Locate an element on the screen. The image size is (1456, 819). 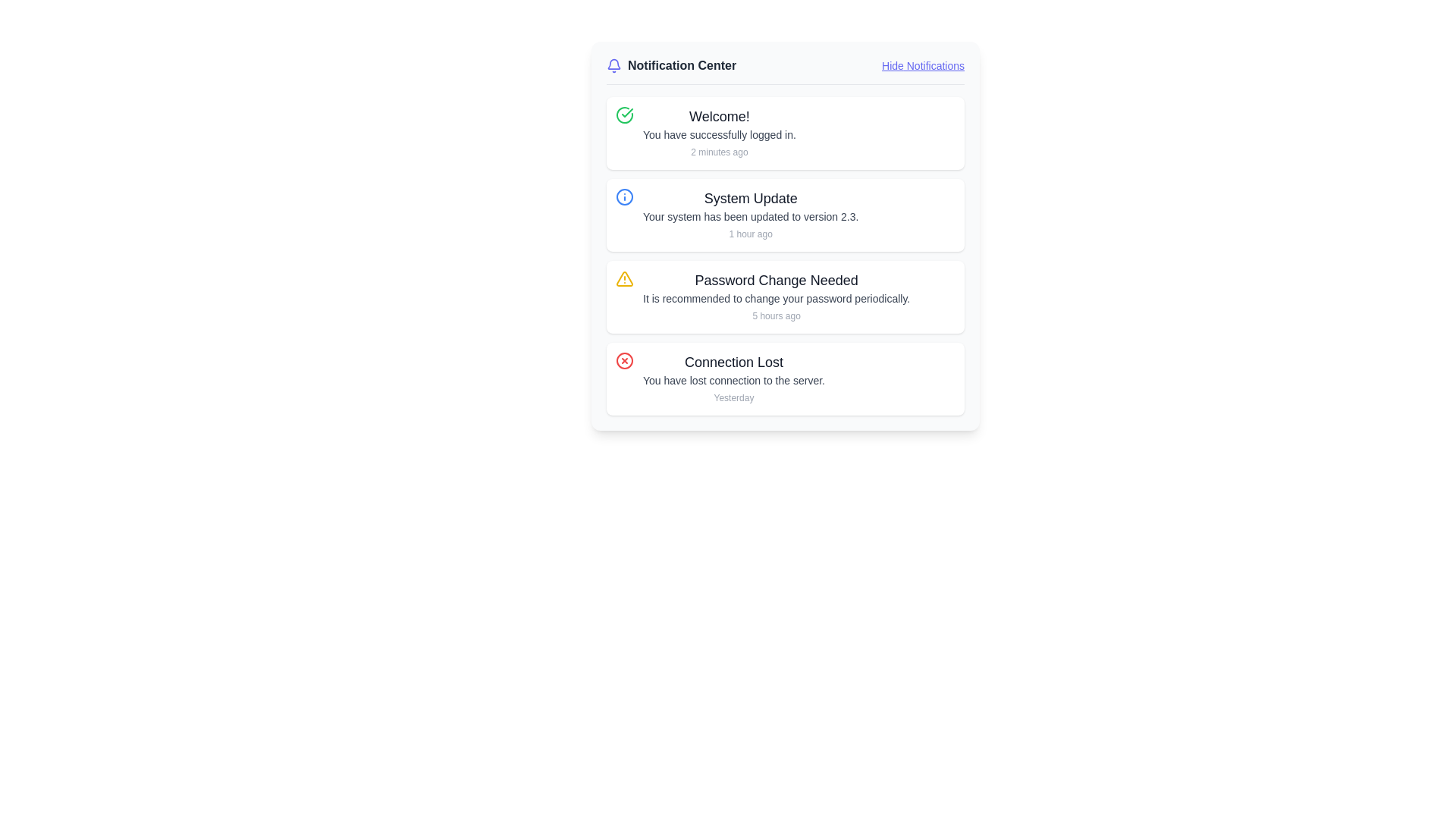
the alert icon that indicates a 'Password Change Needed' notification, positioned as the leftmost component within the notification text is located at coordinates (625, 278).